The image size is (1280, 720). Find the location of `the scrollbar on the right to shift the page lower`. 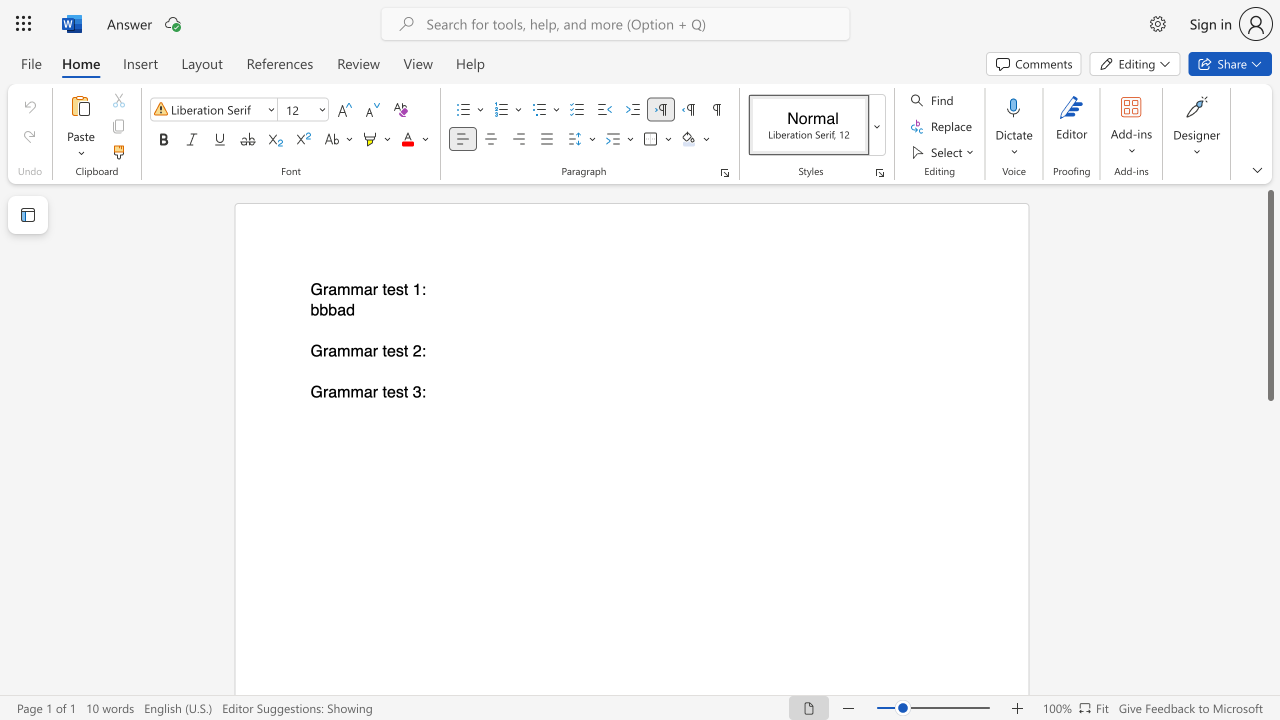

the scrollbar on the right to shift the page lower is located at coordinates (1269, 580).